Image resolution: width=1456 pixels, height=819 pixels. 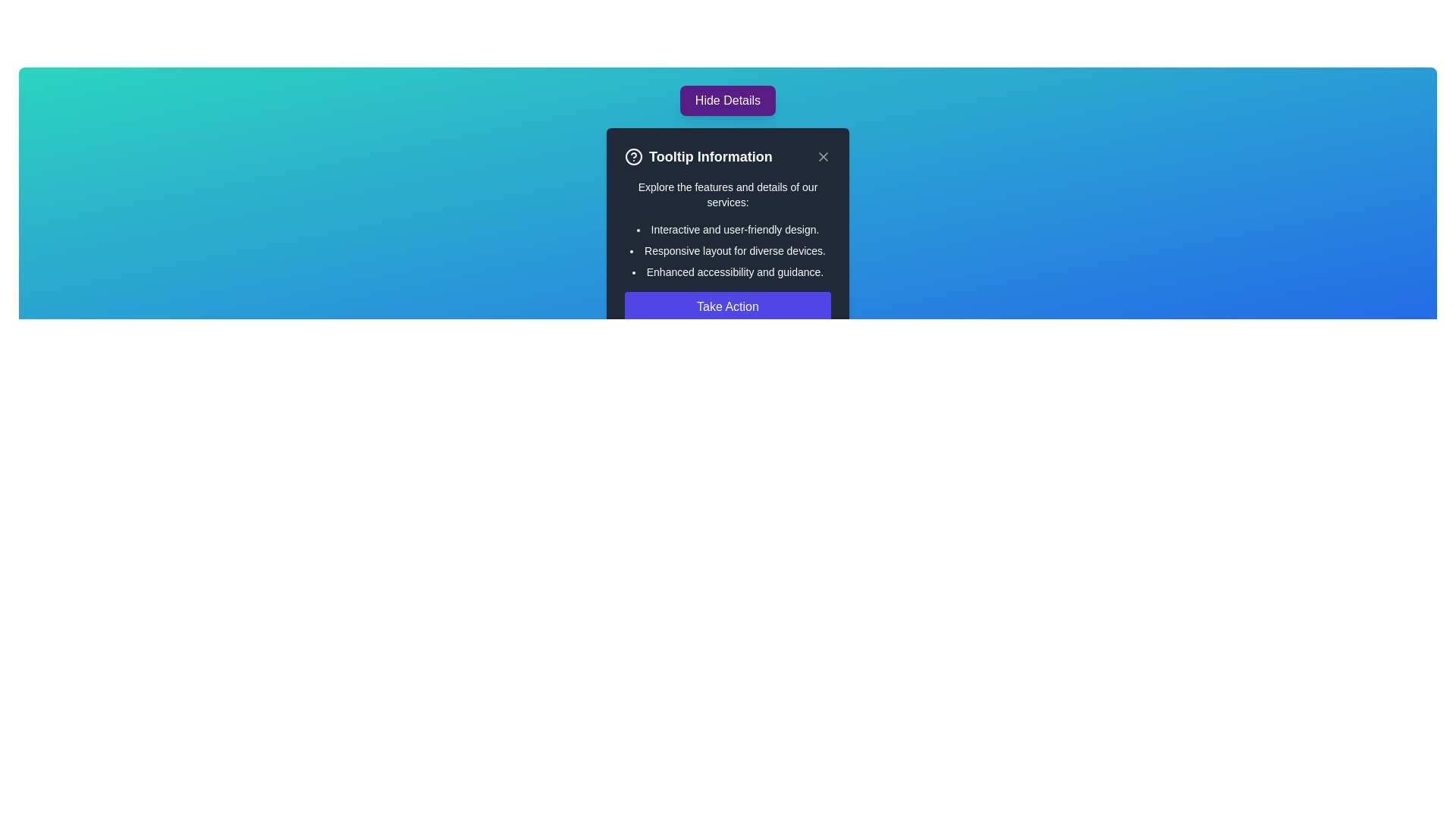 I want to click on the first bullet point text reading 'Interactive and user-friendly design.' in the dark-themed modal labeled 'Tooltip Information' to potentially see additional functionality, so click(x=728, y=230).